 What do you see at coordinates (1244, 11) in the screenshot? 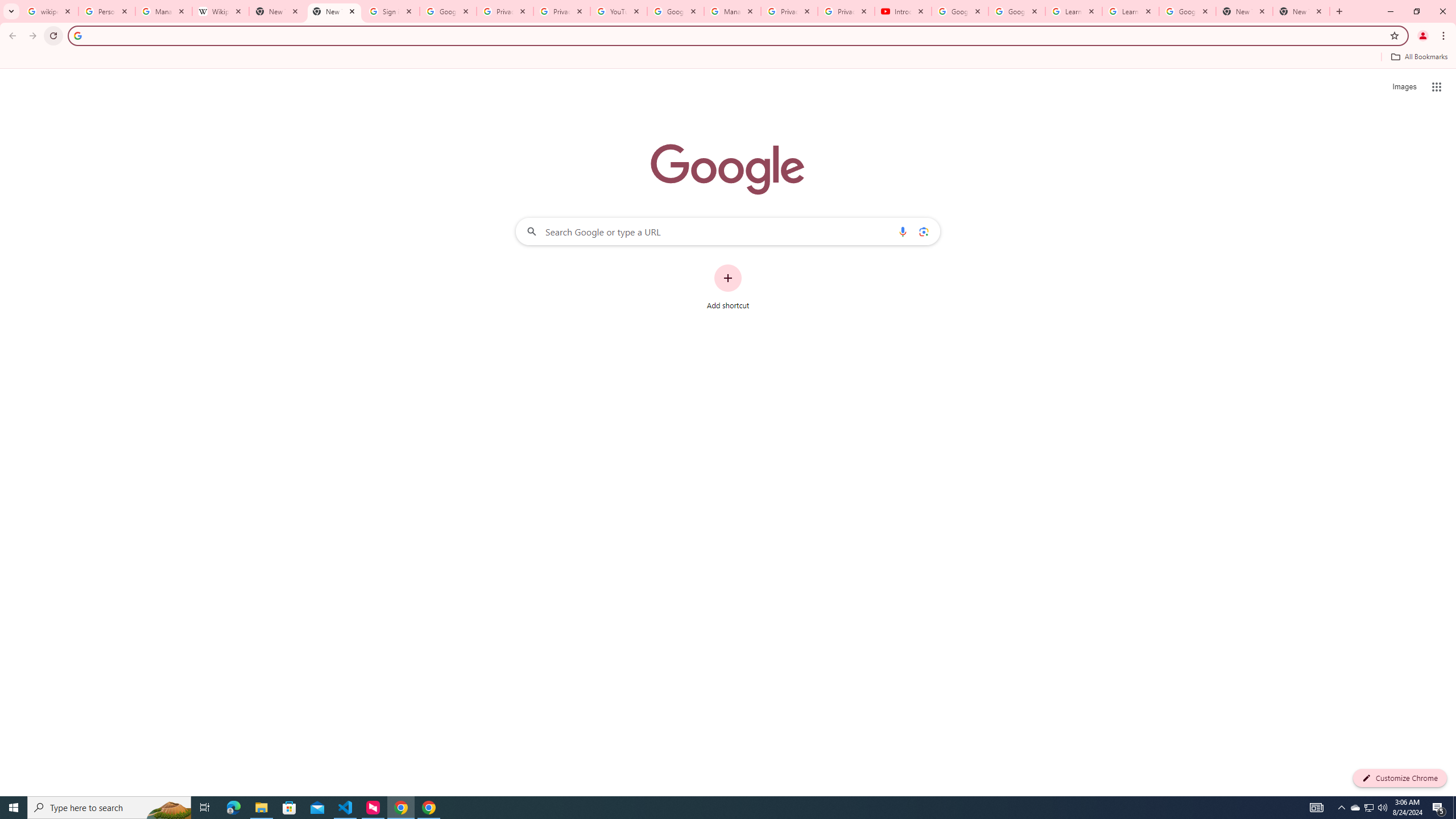
I see `'New Tab'` at bounding box center [1244, 11].